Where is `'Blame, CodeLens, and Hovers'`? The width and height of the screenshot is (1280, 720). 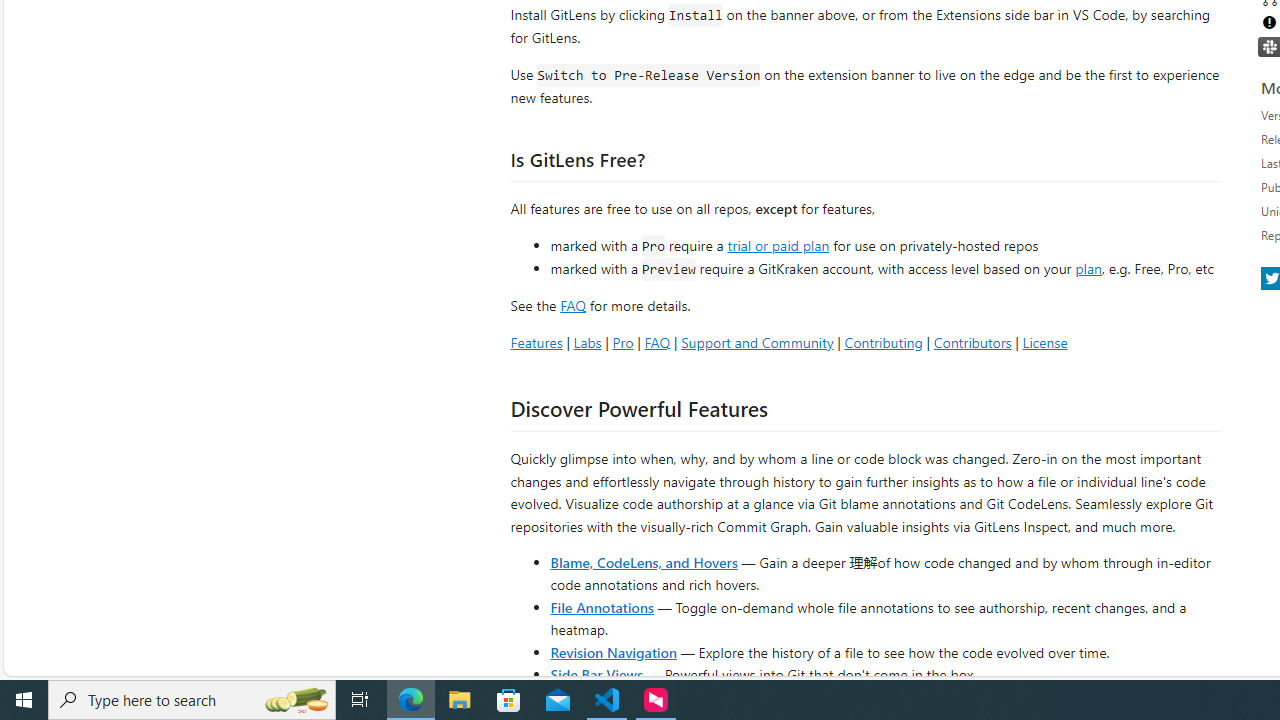
'Blame, CodeLens, and Hovers' is located at coordinates (644, 561).